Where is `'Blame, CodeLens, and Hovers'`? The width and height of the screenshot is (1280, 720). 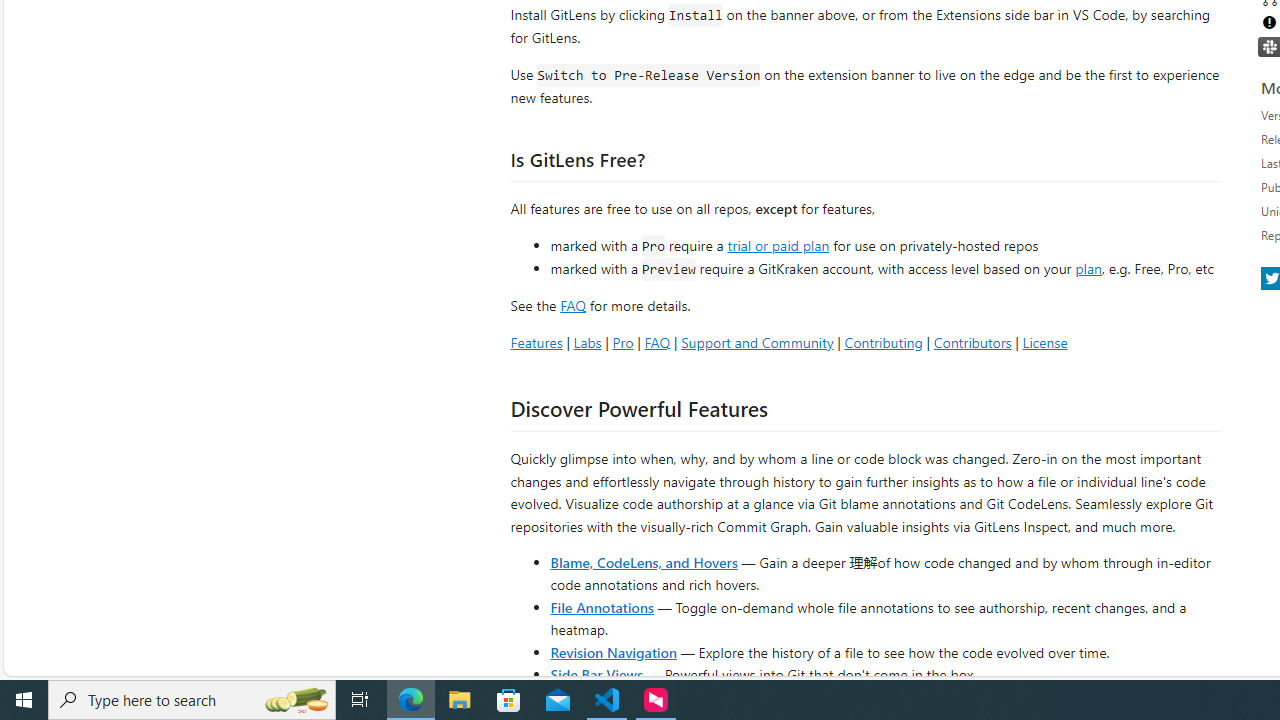
'Blame, CodeLens, and Hovers' is located at coordinates (644, 561).